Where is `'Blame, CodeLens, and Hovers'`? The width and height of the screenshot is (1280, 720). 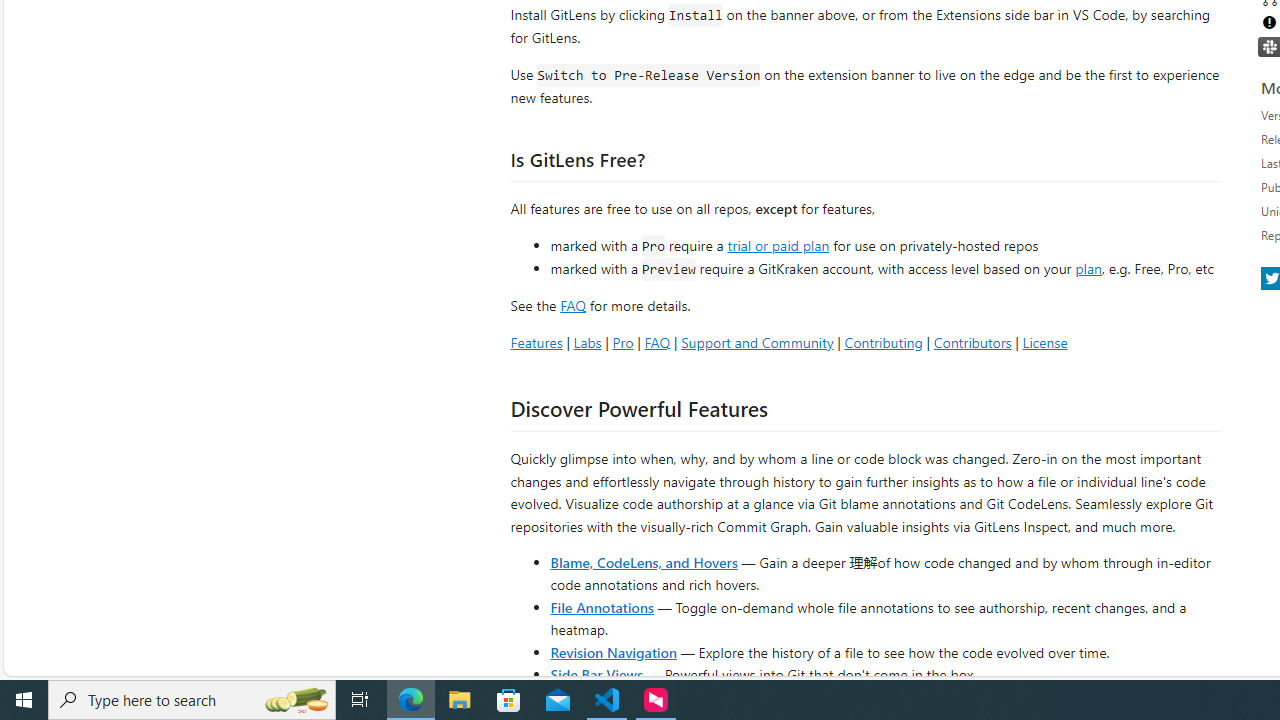
'Blame, CodeLens, and Hovers' is located at coordinates (644, 561).